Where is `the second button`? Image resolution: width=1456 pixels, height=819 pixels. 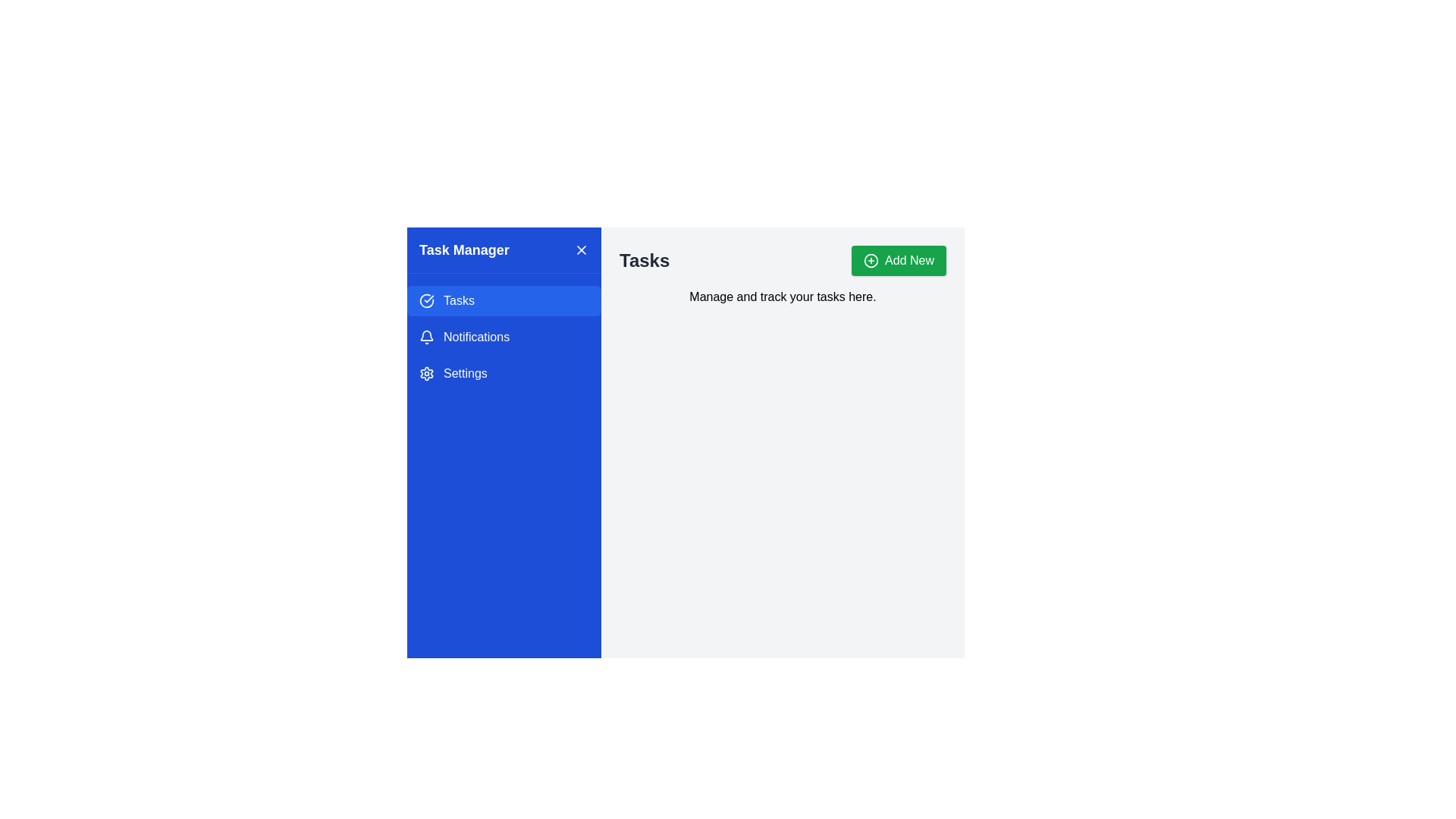 the second button is located at coordinates (504, 336).